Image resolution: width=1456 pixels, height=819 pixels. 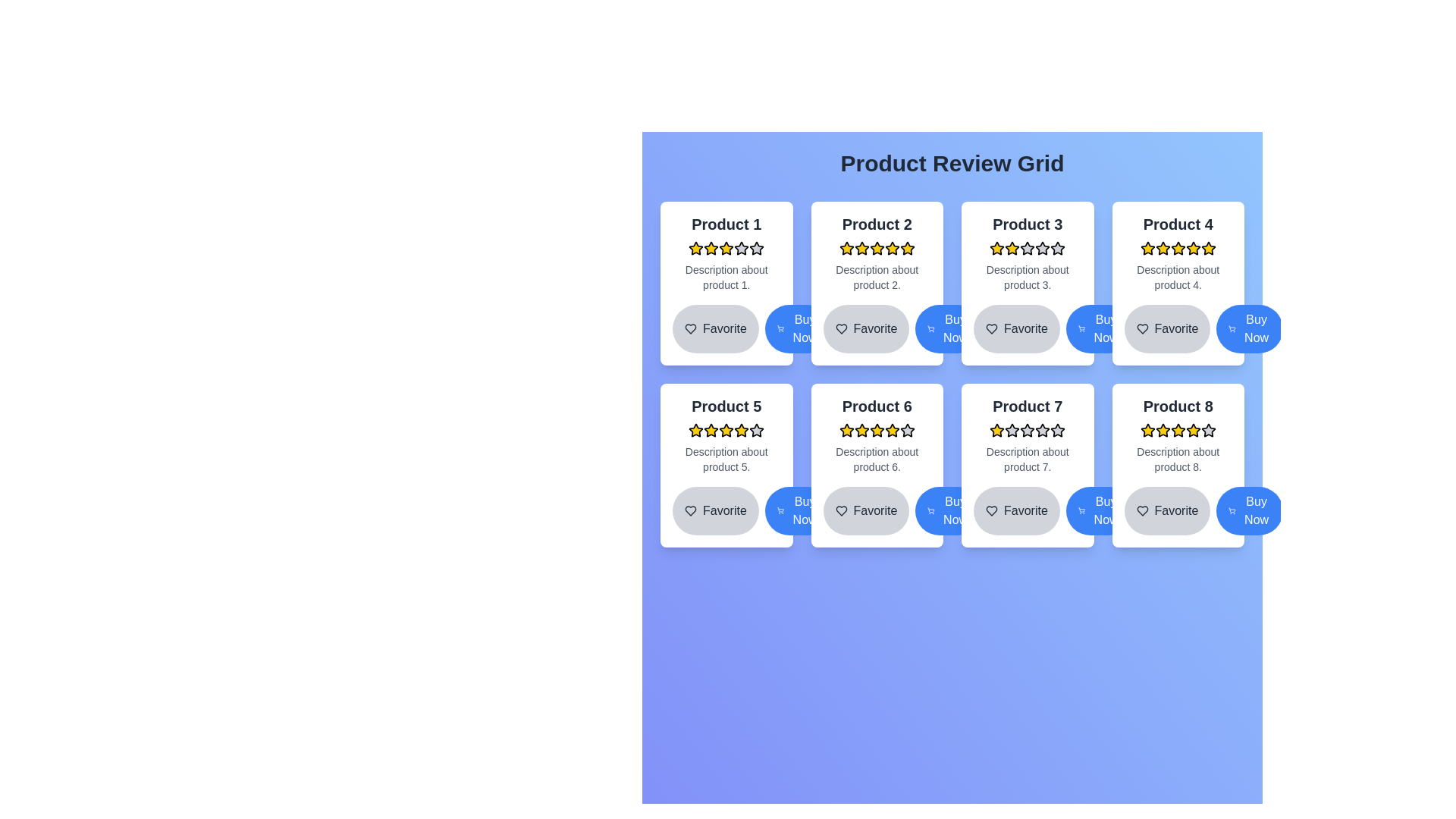 I want to click on the text label reading 'Description about product 6.' which is centrally positioned below the title 'Product 6' and the star rating within the card layout, so click(x=877, y=458).